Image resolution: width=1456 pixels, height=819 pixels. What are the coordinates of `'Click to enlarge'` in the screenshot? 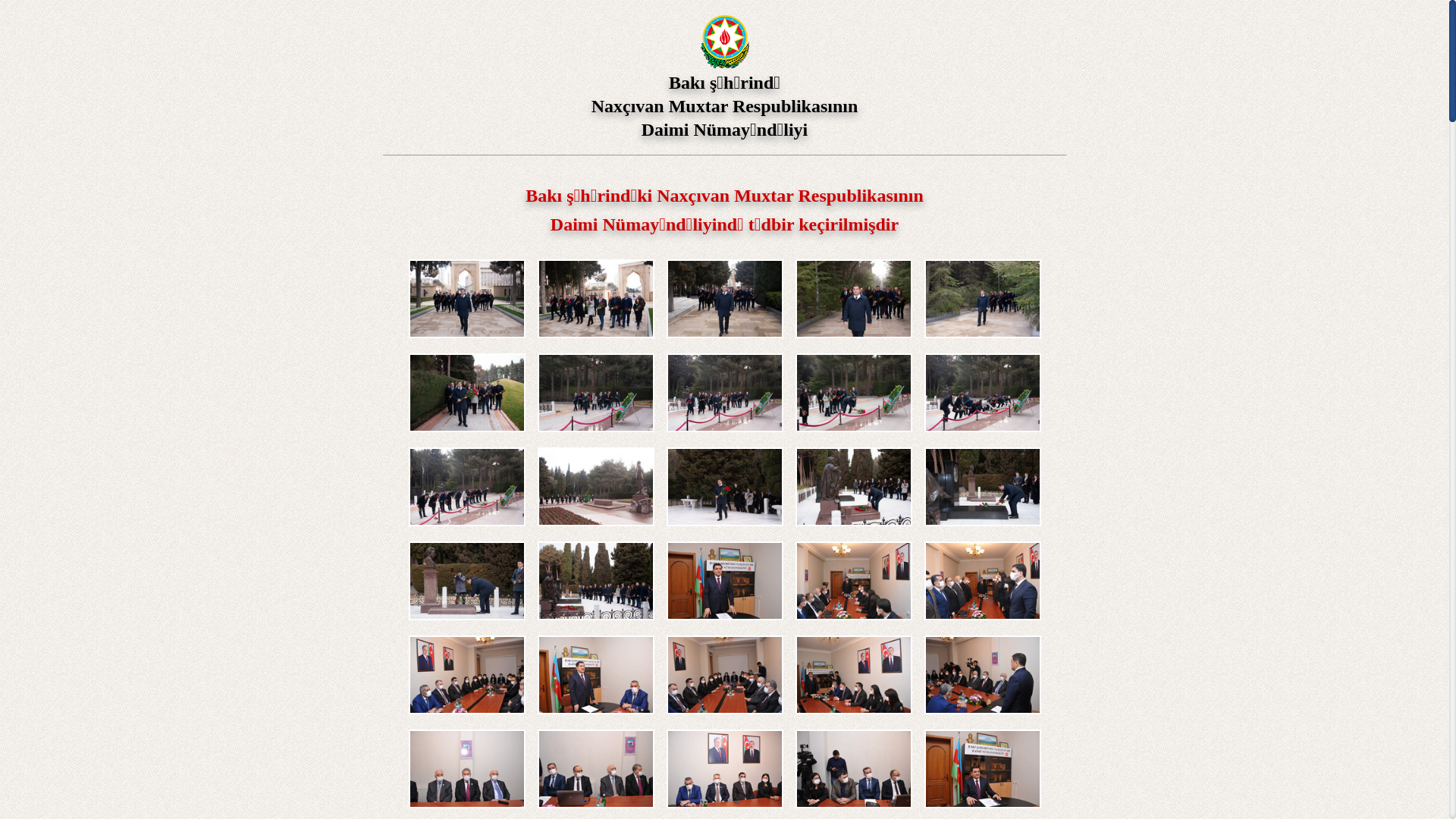 It's located at (982, 486).